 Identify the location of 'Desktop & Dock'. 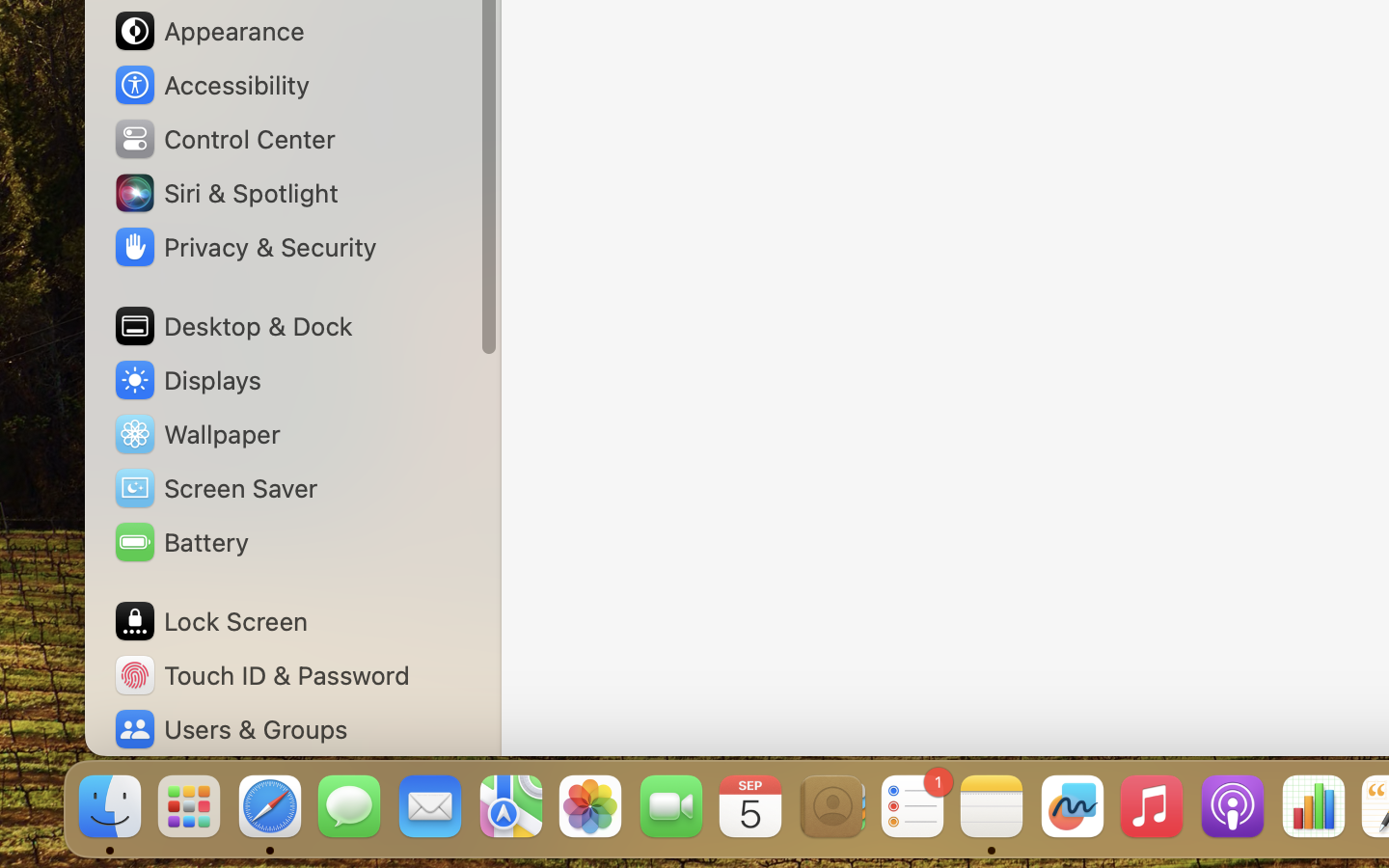
(231, 326).